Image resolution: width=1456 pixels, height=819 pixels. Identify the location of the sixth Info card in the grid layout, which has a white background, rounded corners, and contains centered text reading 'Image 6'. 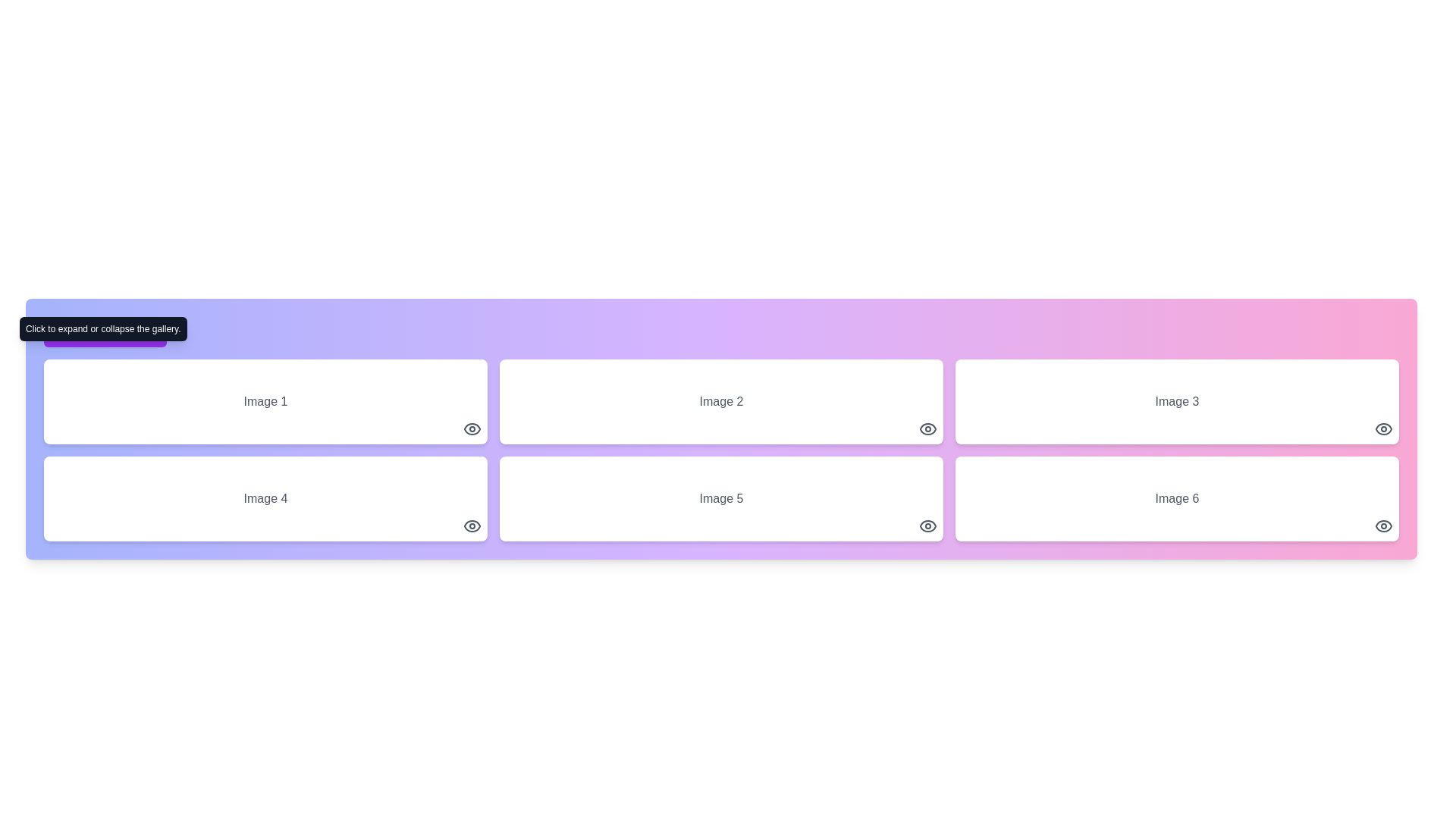
(1176, 499).